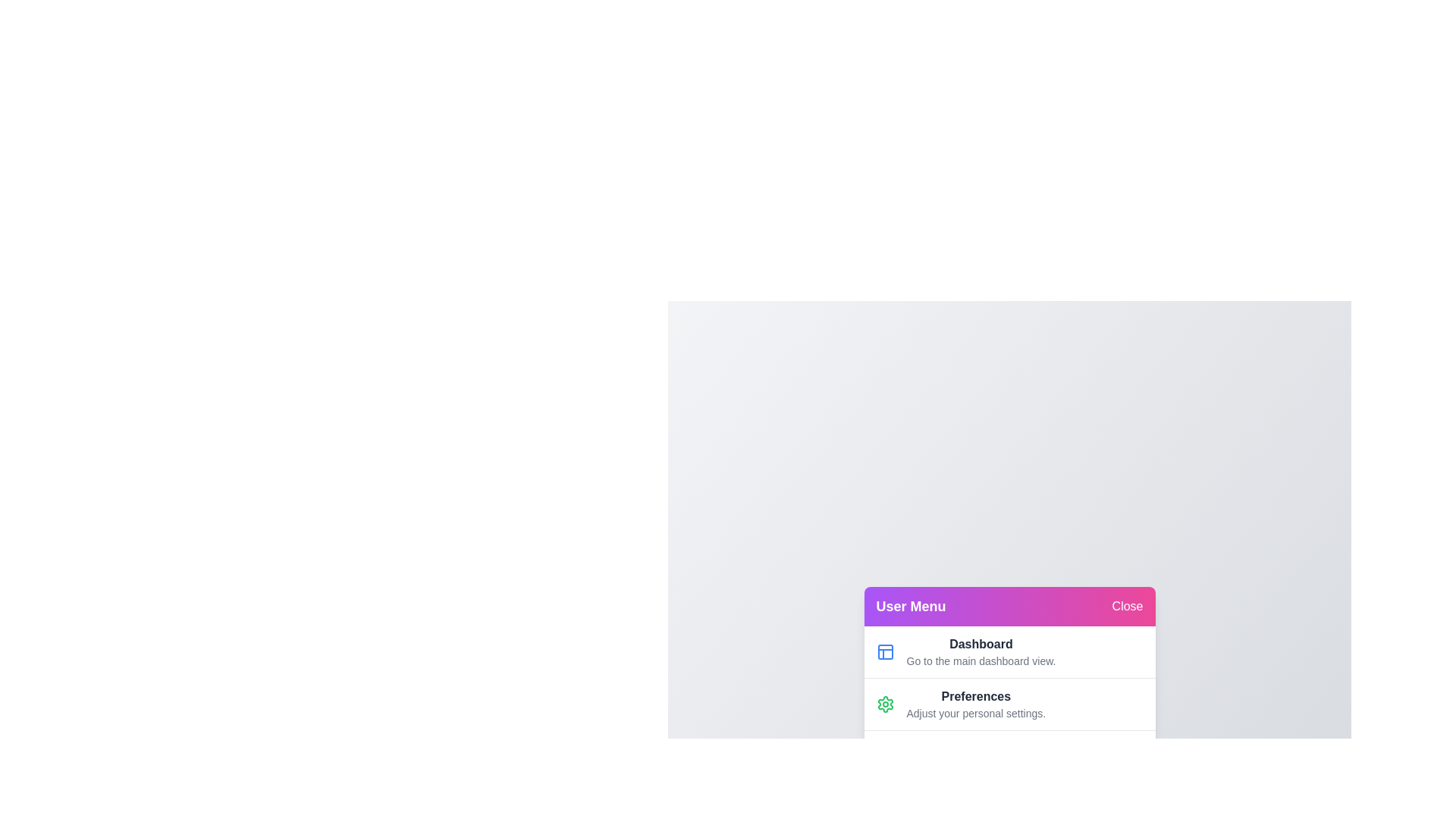 This screenshot has height=819, width=1456. Describe the element at coordinates (976, 704) in the screenshot. I see `the menu item Preferences by clicking on it` at that location.